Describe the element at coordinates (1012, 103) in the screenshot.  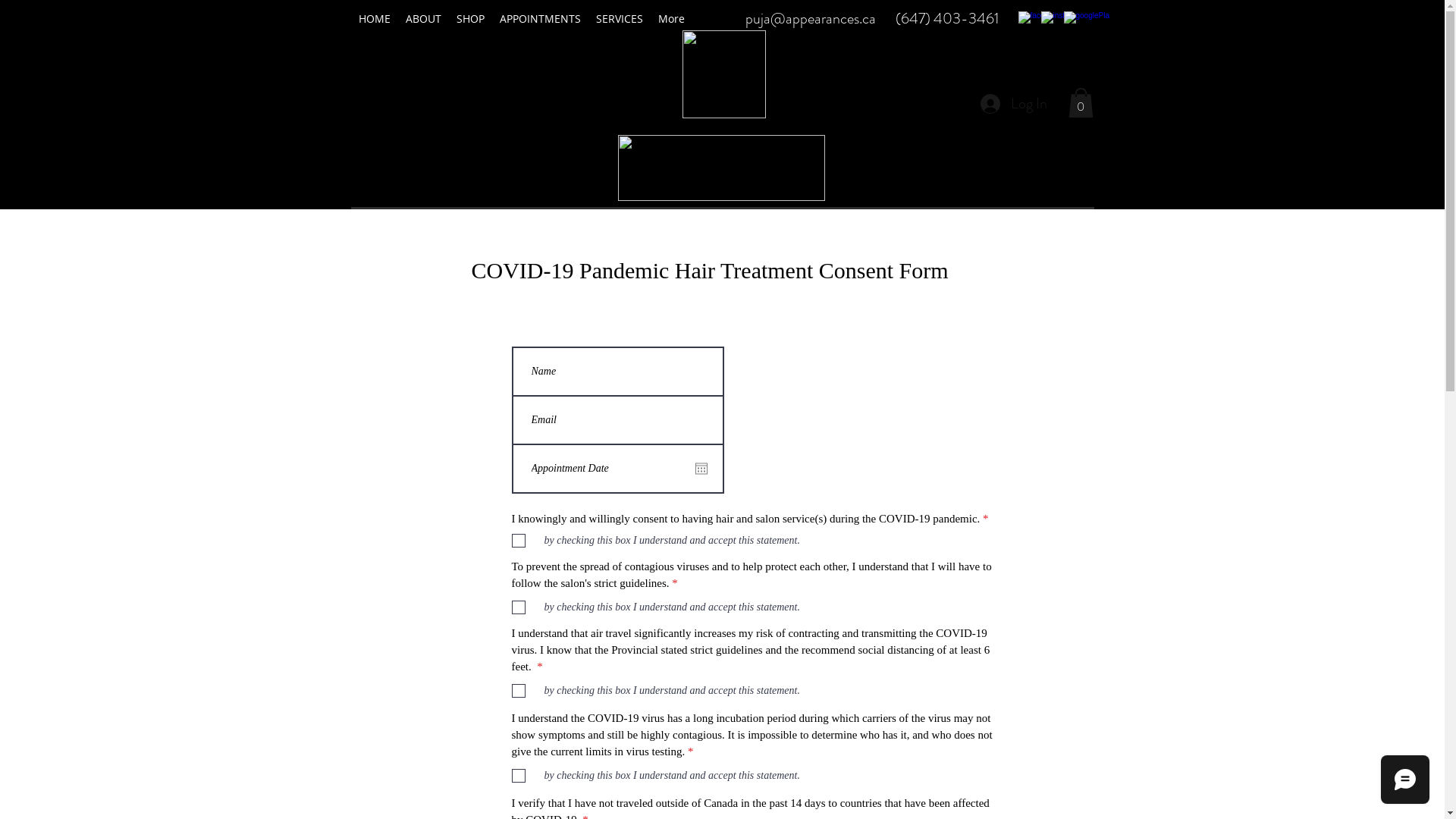
I see `'Log In'` at that location.